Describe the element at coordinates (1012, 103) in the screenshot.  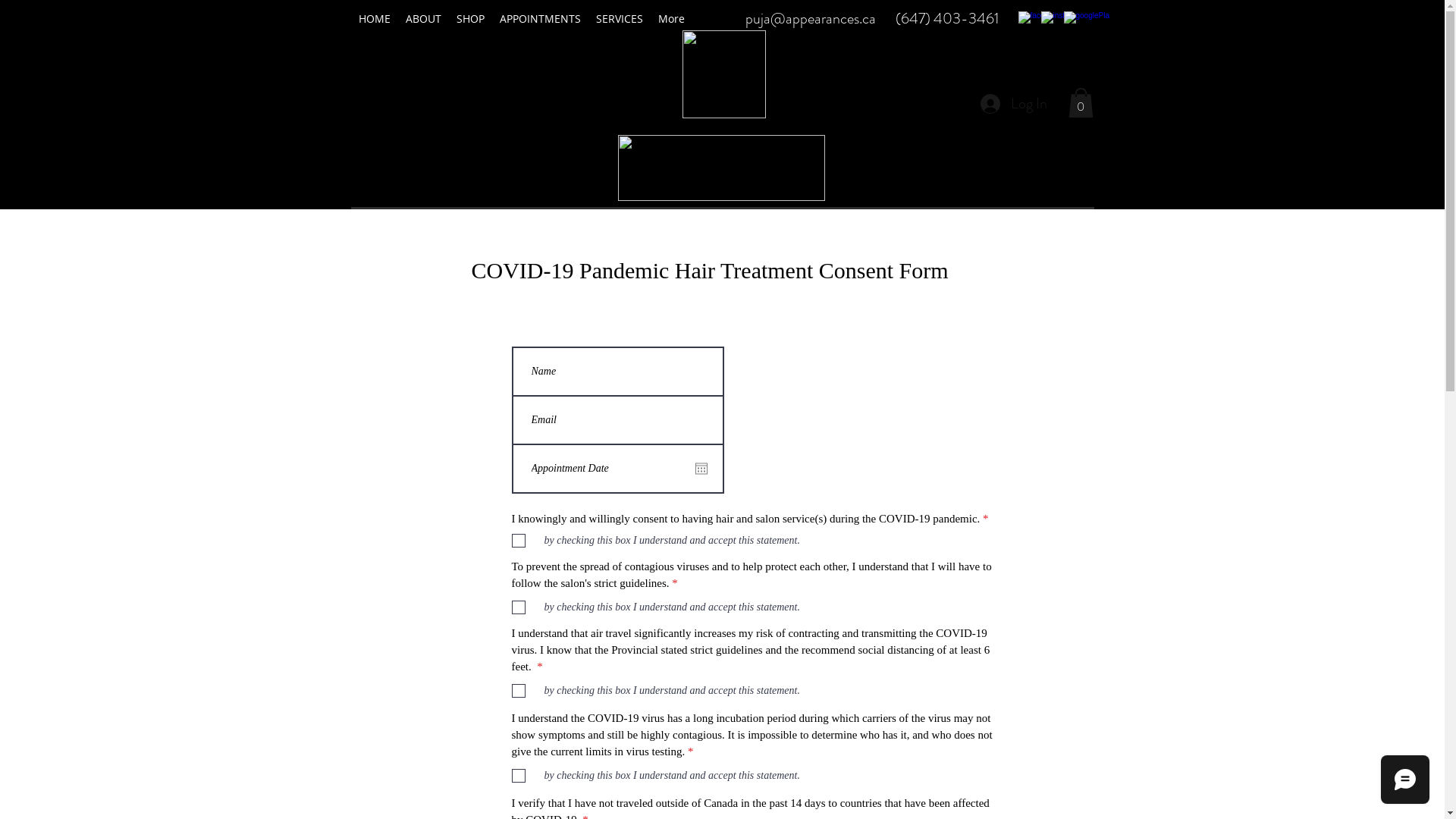
I see `'Log In'` at that location.